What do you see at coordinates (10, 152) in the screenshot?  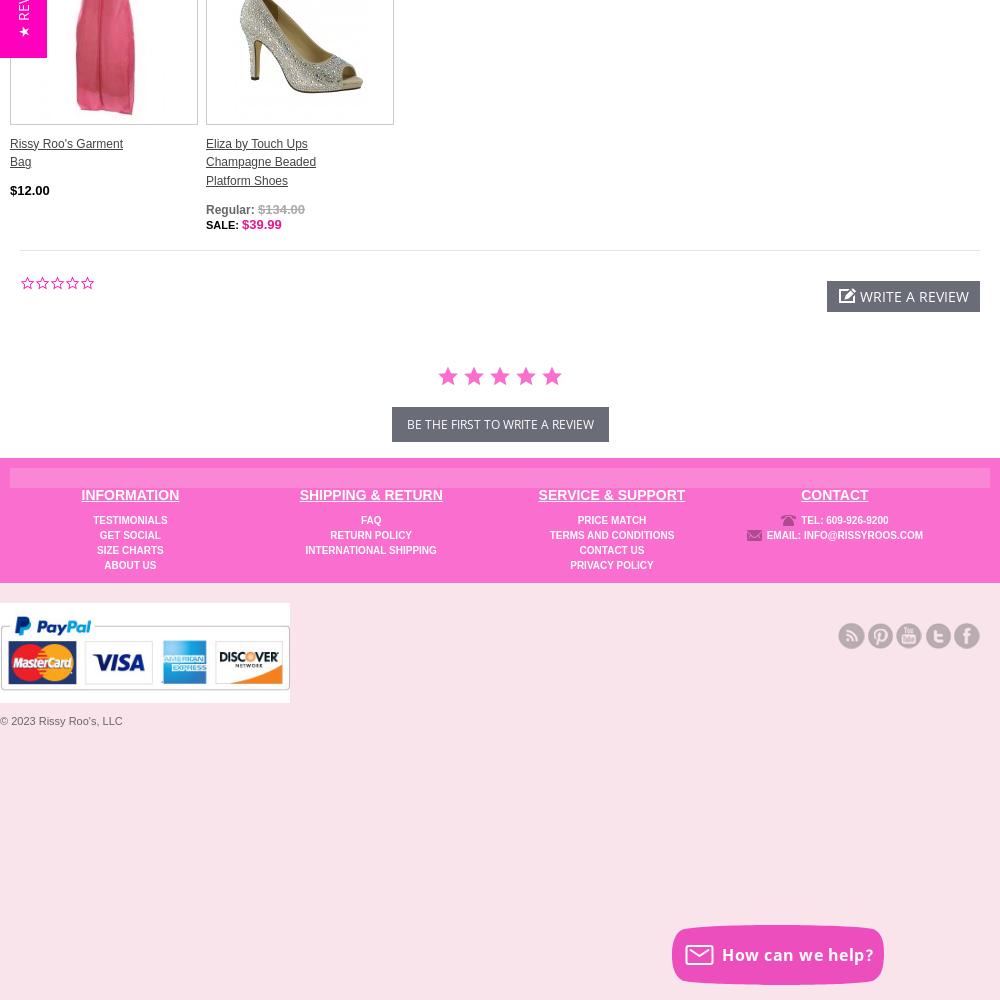 I see `'Rissy Roo's Garment Bag'` at bounding box center [10, 152].